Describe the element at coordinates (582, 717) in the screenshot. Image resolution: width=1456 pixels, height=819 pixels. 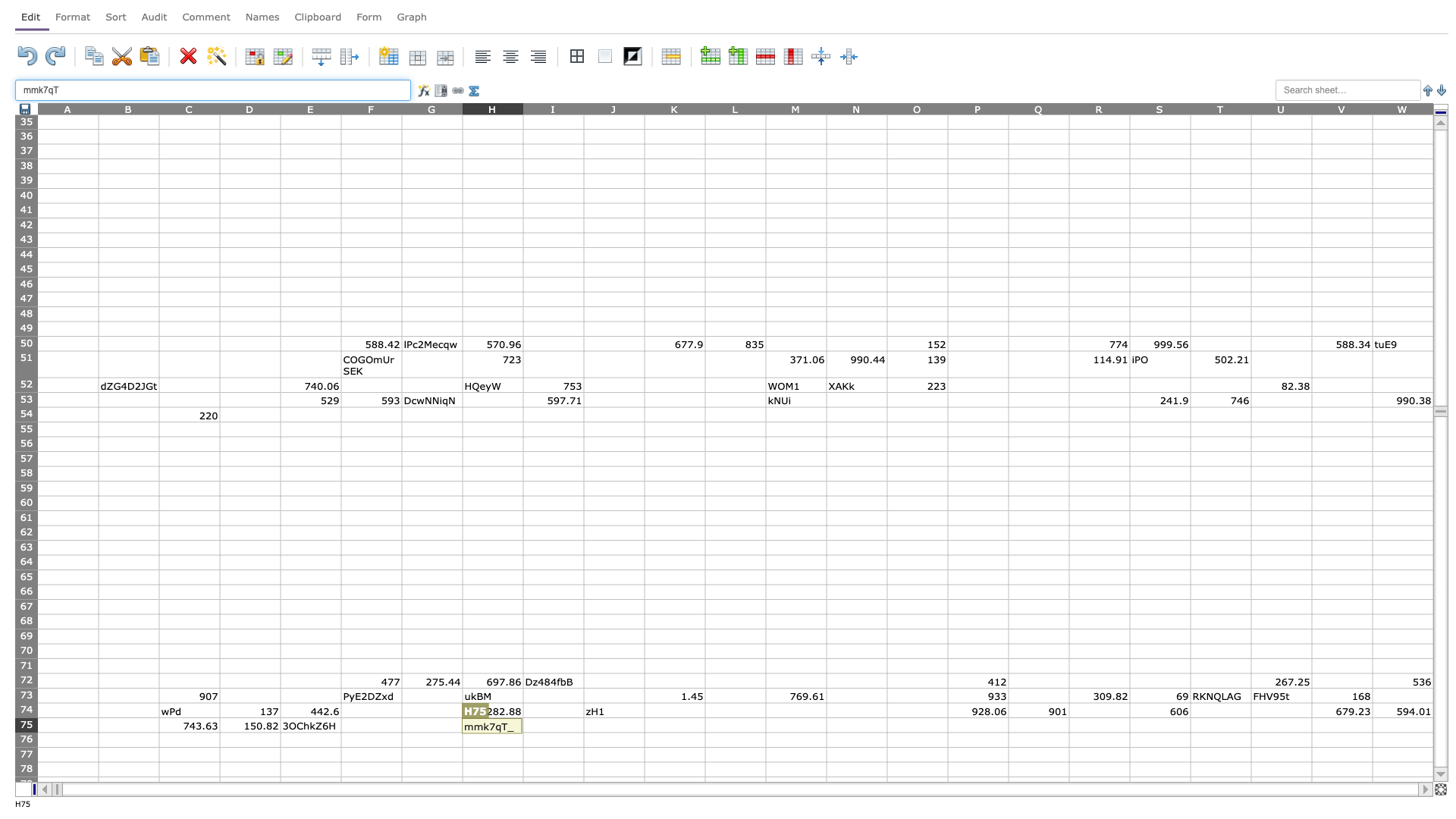
I see `top left corner of cell J75` at that location.